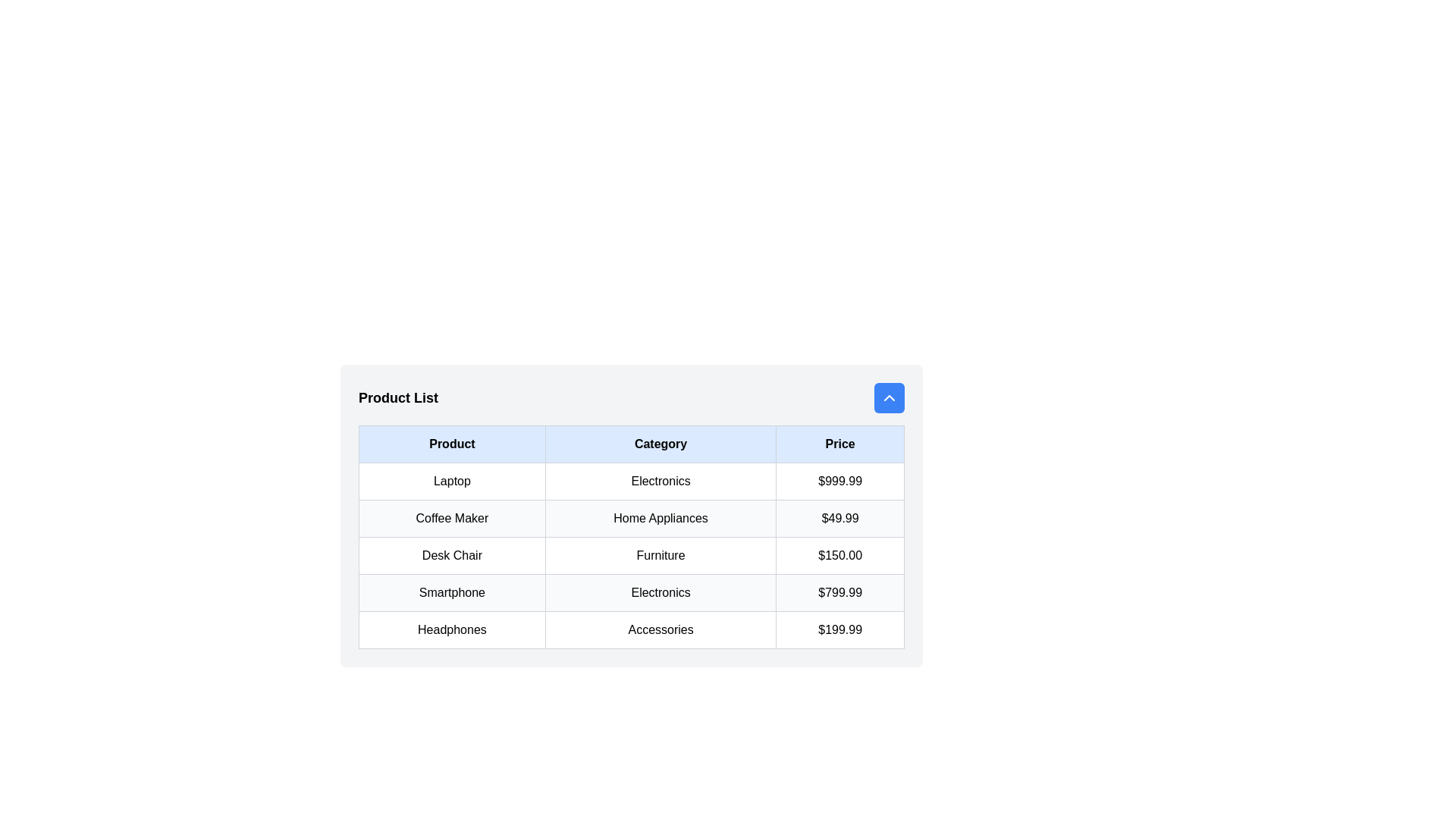  I want to click on the static text field that labels the category of the item in the second column of the table, located between 'Laptop' and '$999.99', so click(661, 482).